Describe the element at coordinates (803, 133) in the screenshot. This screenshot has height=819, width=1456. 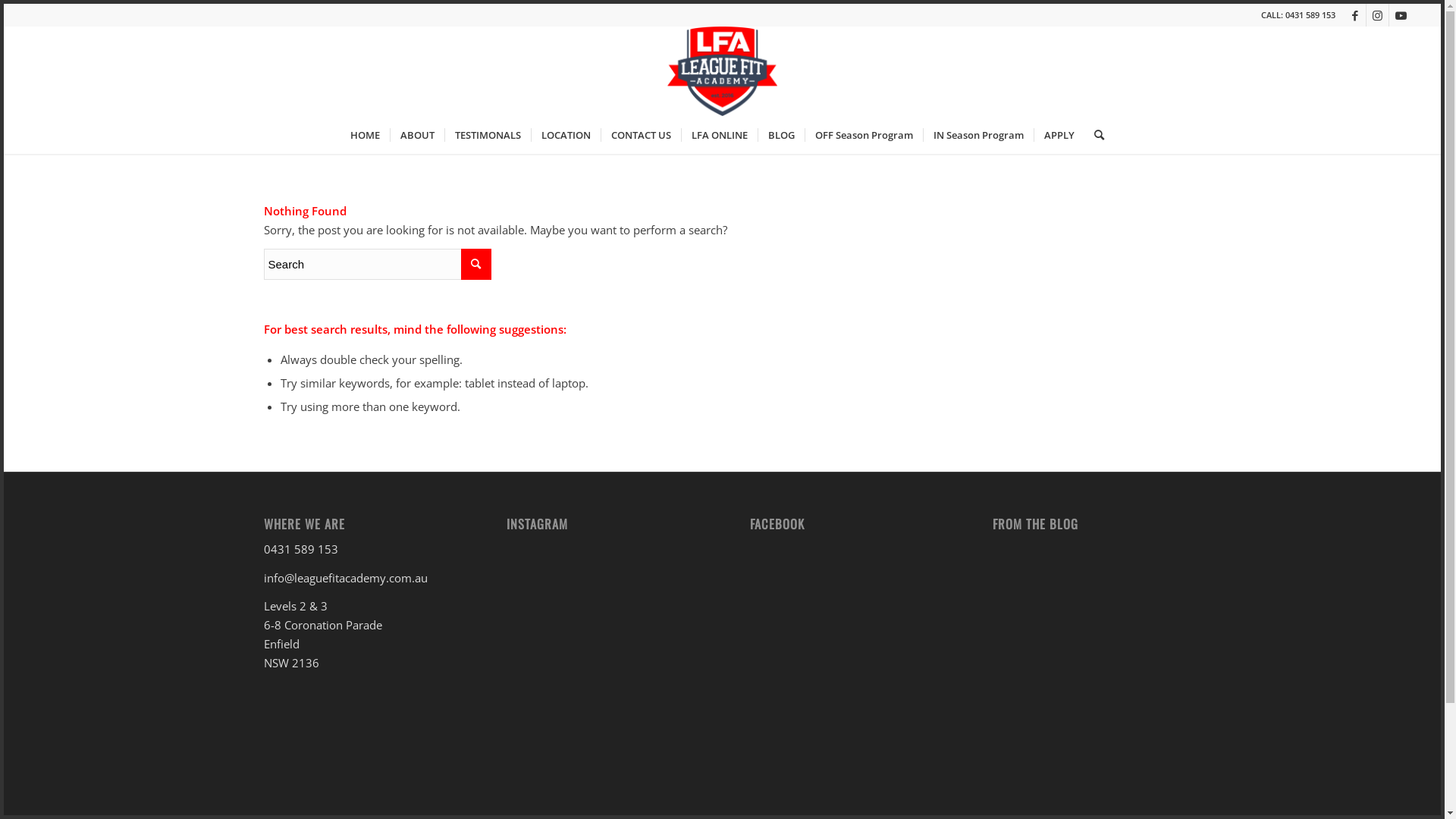
I see `'OFF Season Program'` at that location.